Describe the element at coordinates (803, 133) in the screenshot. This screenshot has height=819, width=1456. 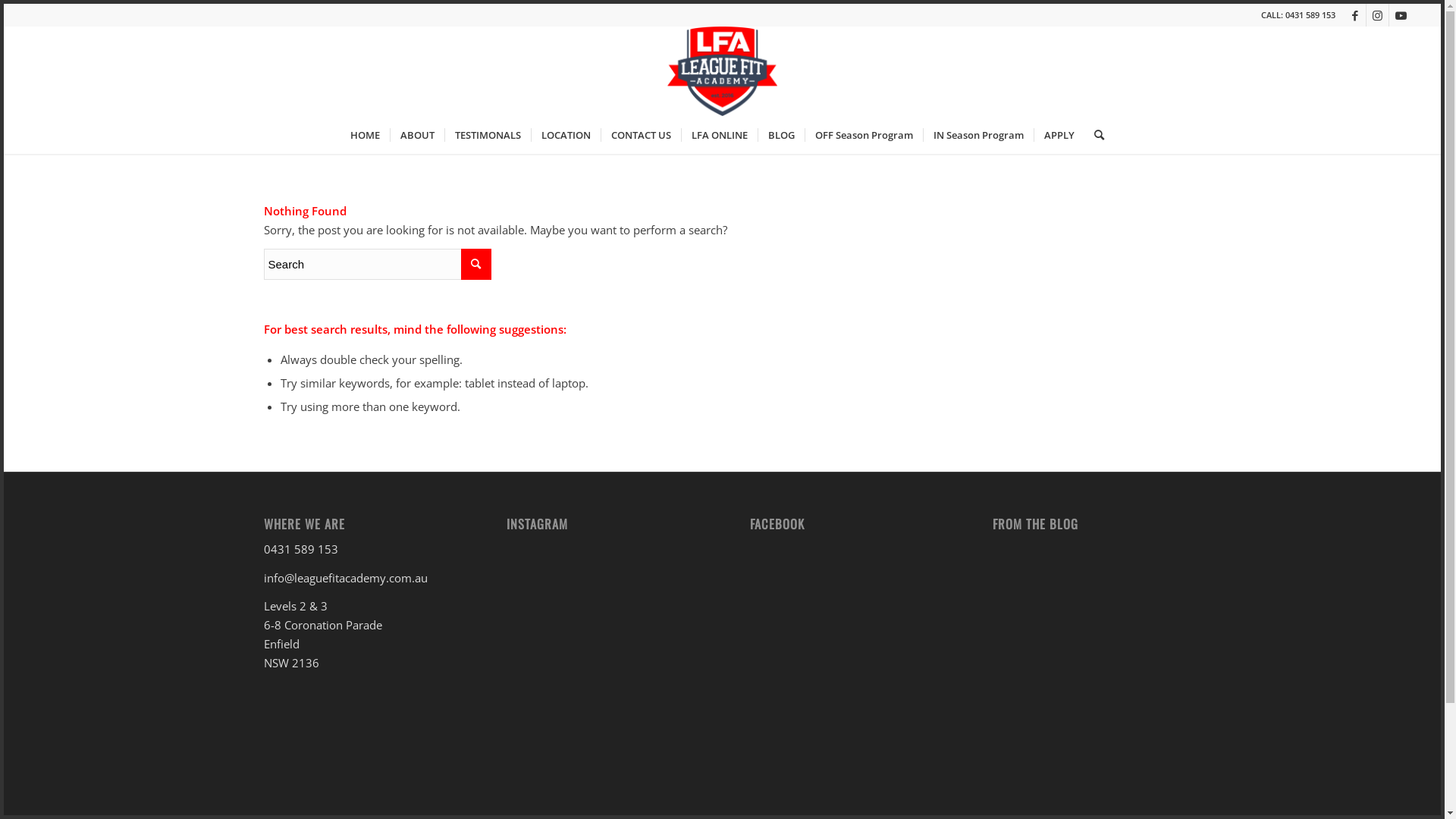
I see `'OFF Season Program'` at that location.